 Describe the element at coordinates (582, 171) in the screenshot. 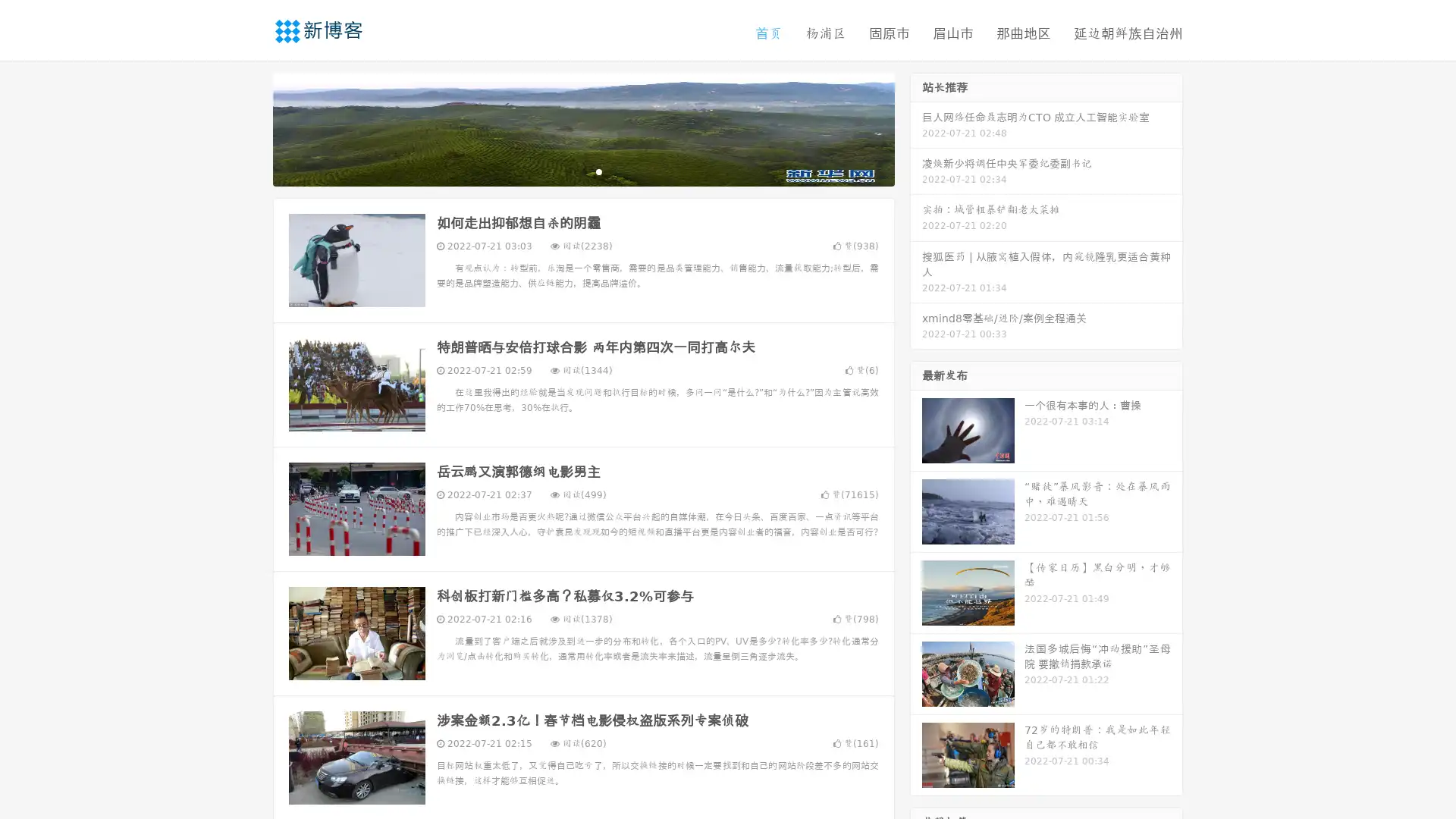

I see `Go to slide 2` at that location.